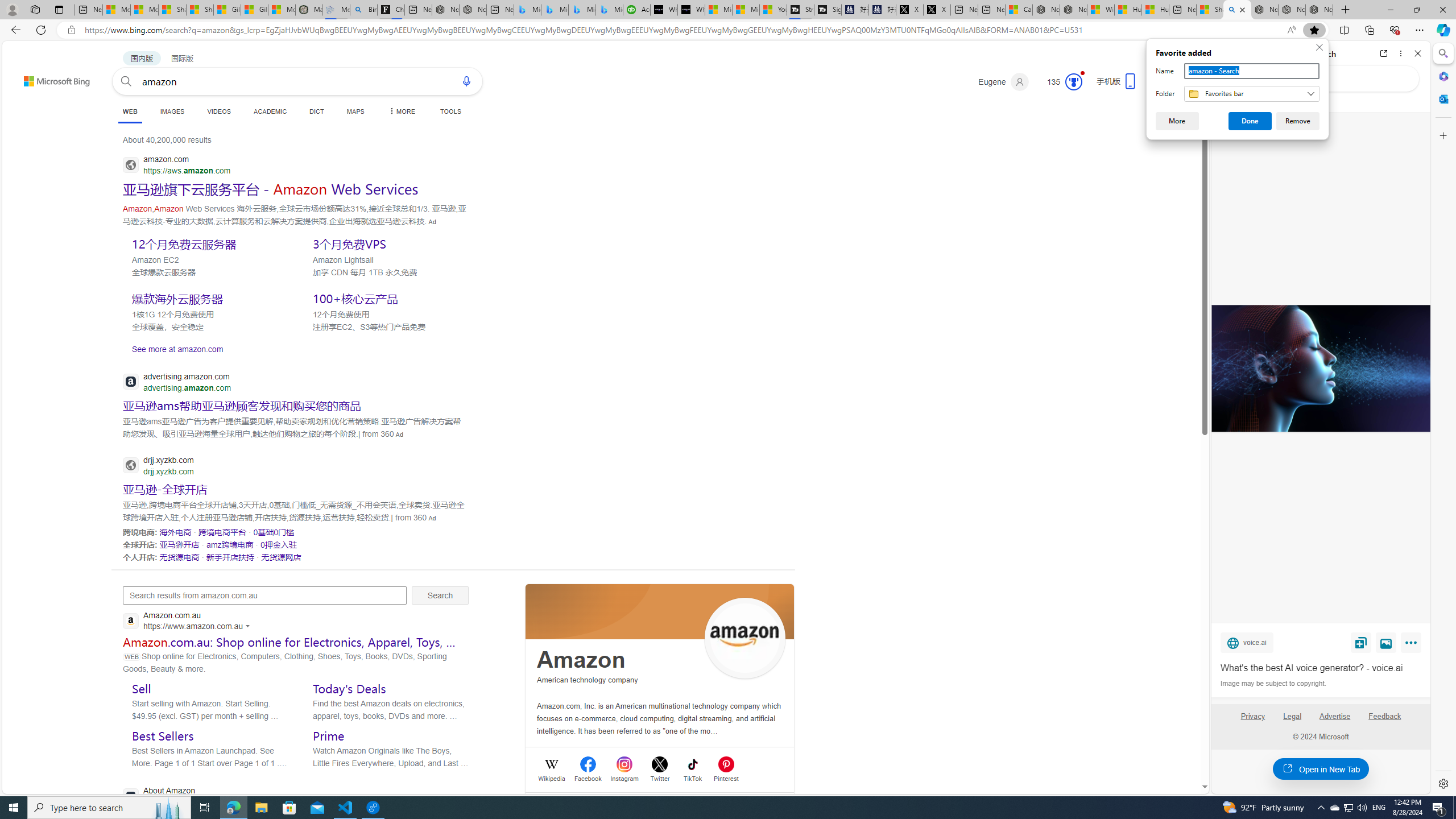 The image size is (1456, 819). I want to click on 'MORE', so click(400, 111).